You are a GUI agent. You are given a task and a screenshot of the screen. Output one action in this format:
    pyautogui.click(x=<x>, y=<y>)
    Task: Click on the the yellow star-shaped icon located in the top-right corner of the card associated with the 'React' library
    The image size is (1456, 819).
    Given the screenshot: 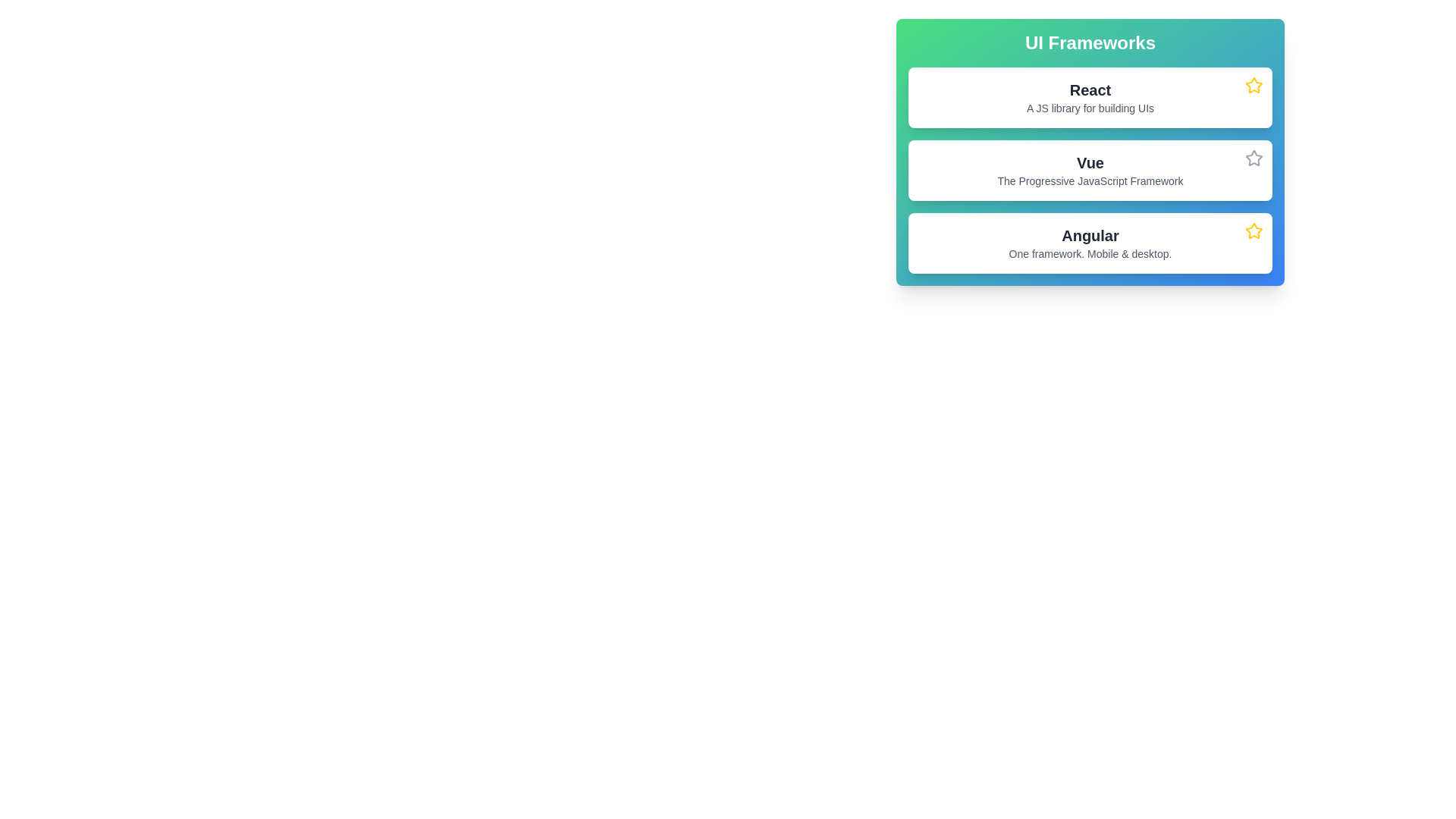 What is the action you would take?
    pyautogui.click(x=1254, y=85)
    